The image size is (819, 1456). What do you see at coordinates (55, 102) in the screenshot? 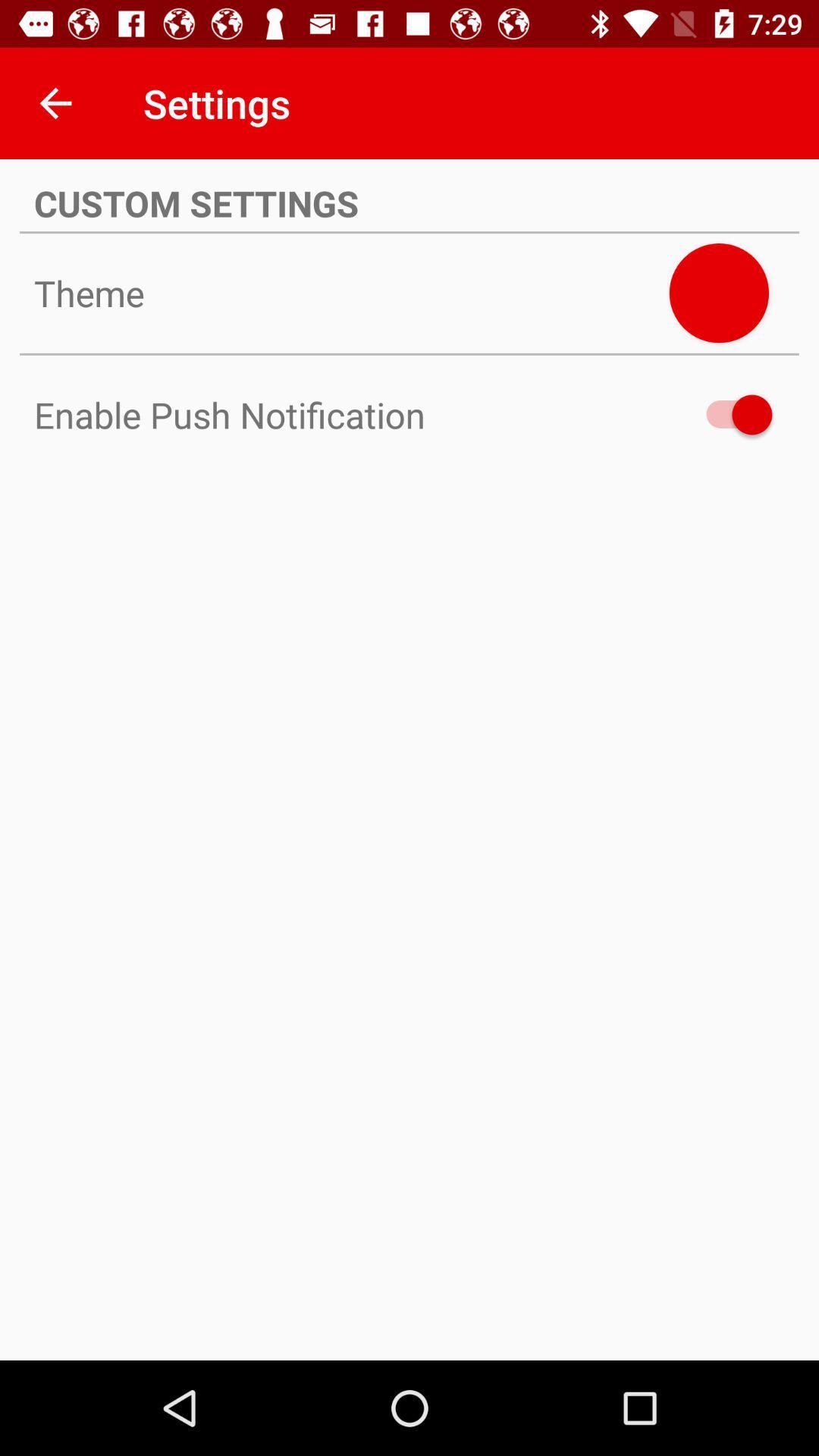
I see `the item to the left of settings` at bounding box center [55, 102].